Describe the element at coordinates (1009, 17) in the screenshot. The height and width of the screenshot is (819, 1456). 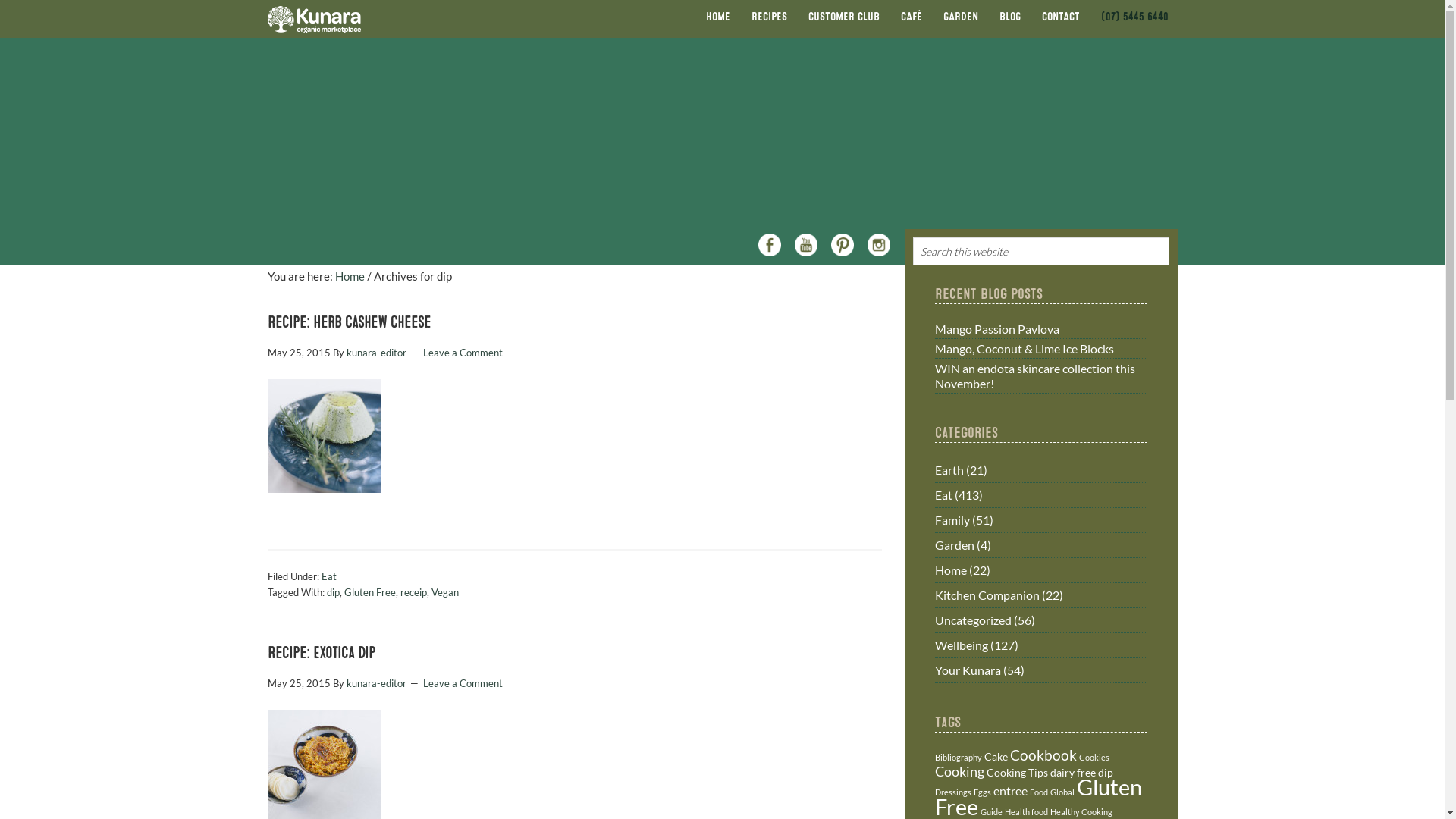
I see `'BLOG'` at that location.